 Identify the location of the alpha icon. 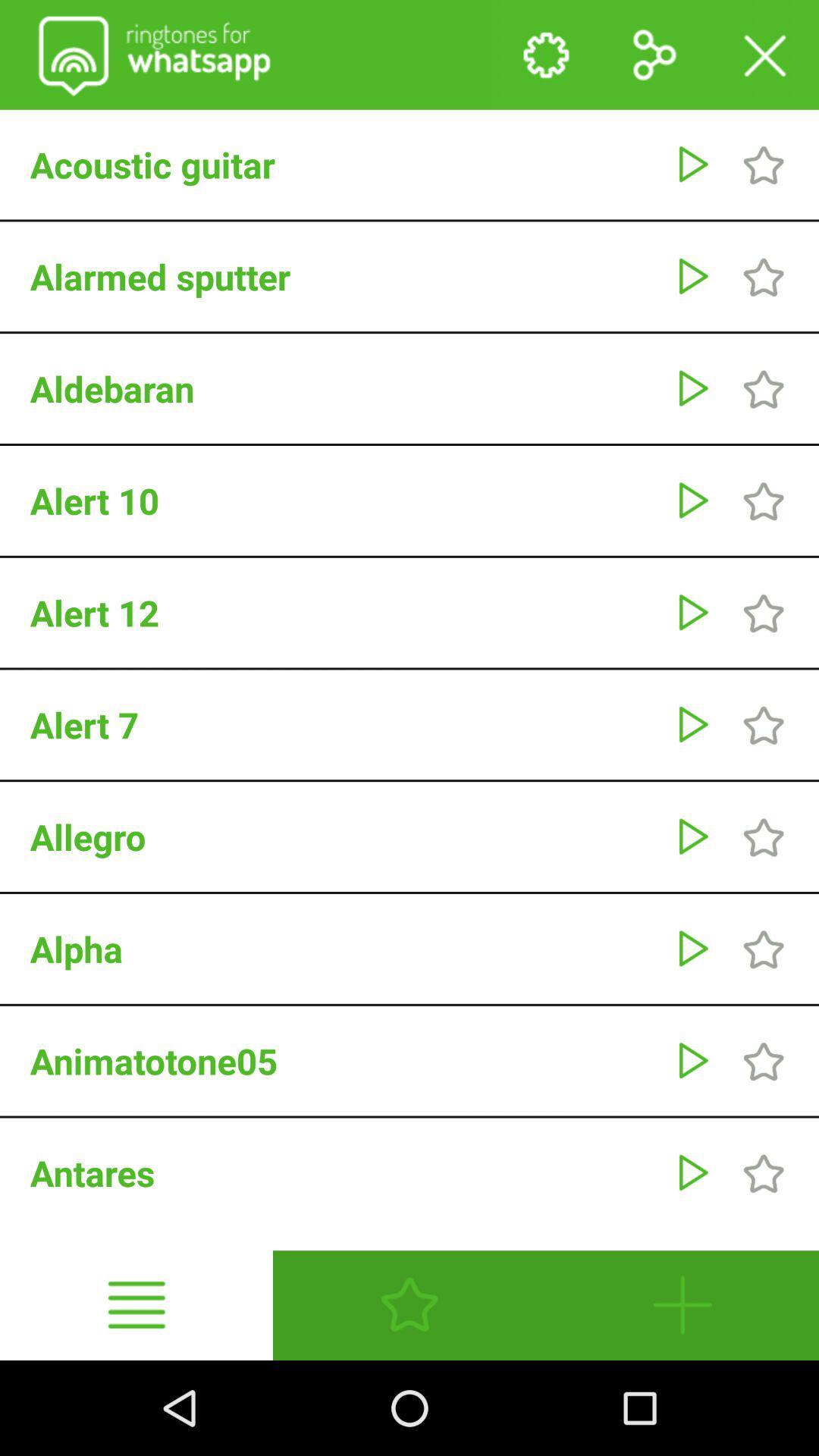
(344, 948).